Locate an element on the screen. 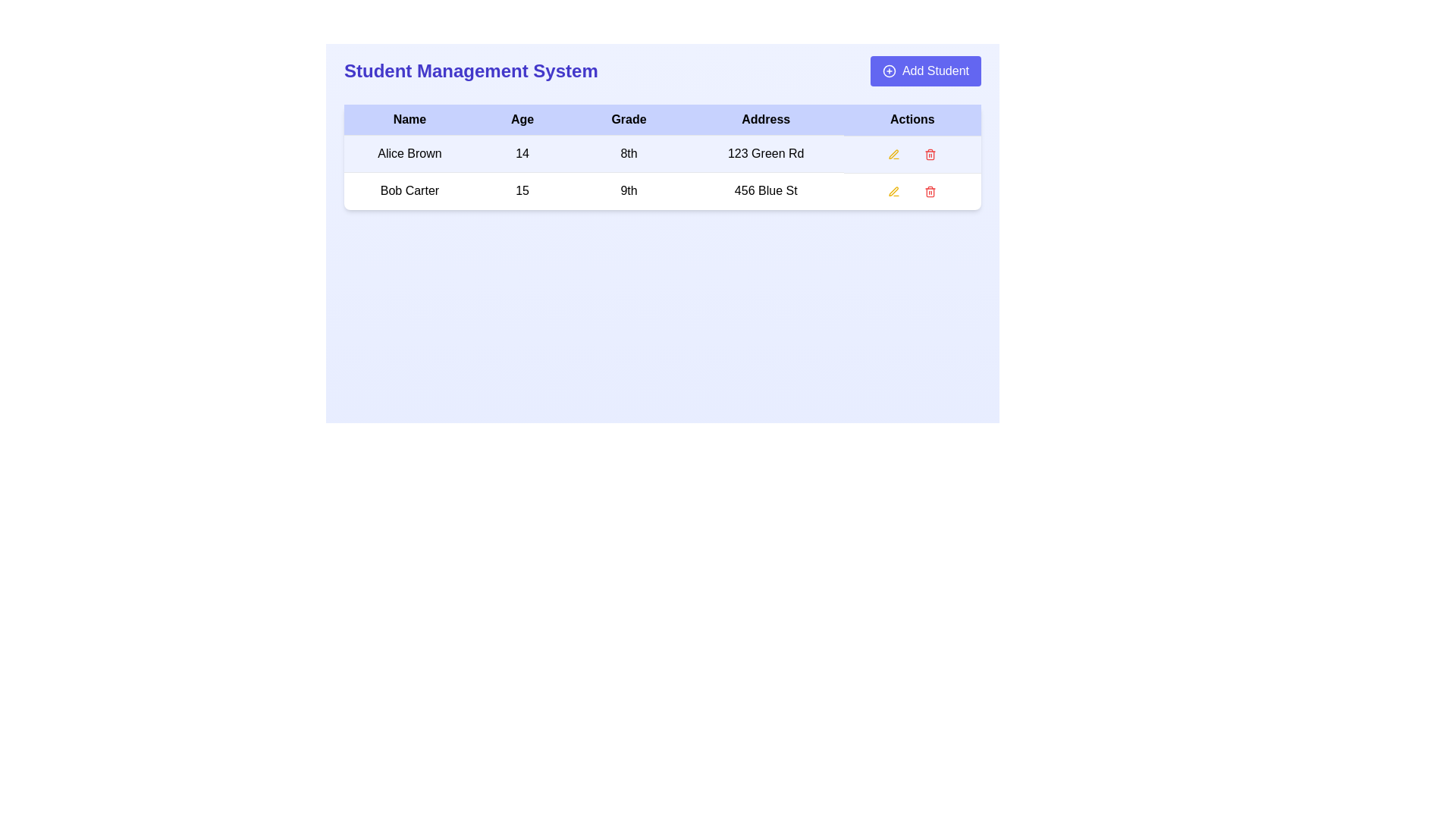 This screenshot has height=819, width=1456. the edit icon in the 'Actions' column of the second row in the 'Student Management System' table to trigger the edit functionality is located at coordinates (894, 190).